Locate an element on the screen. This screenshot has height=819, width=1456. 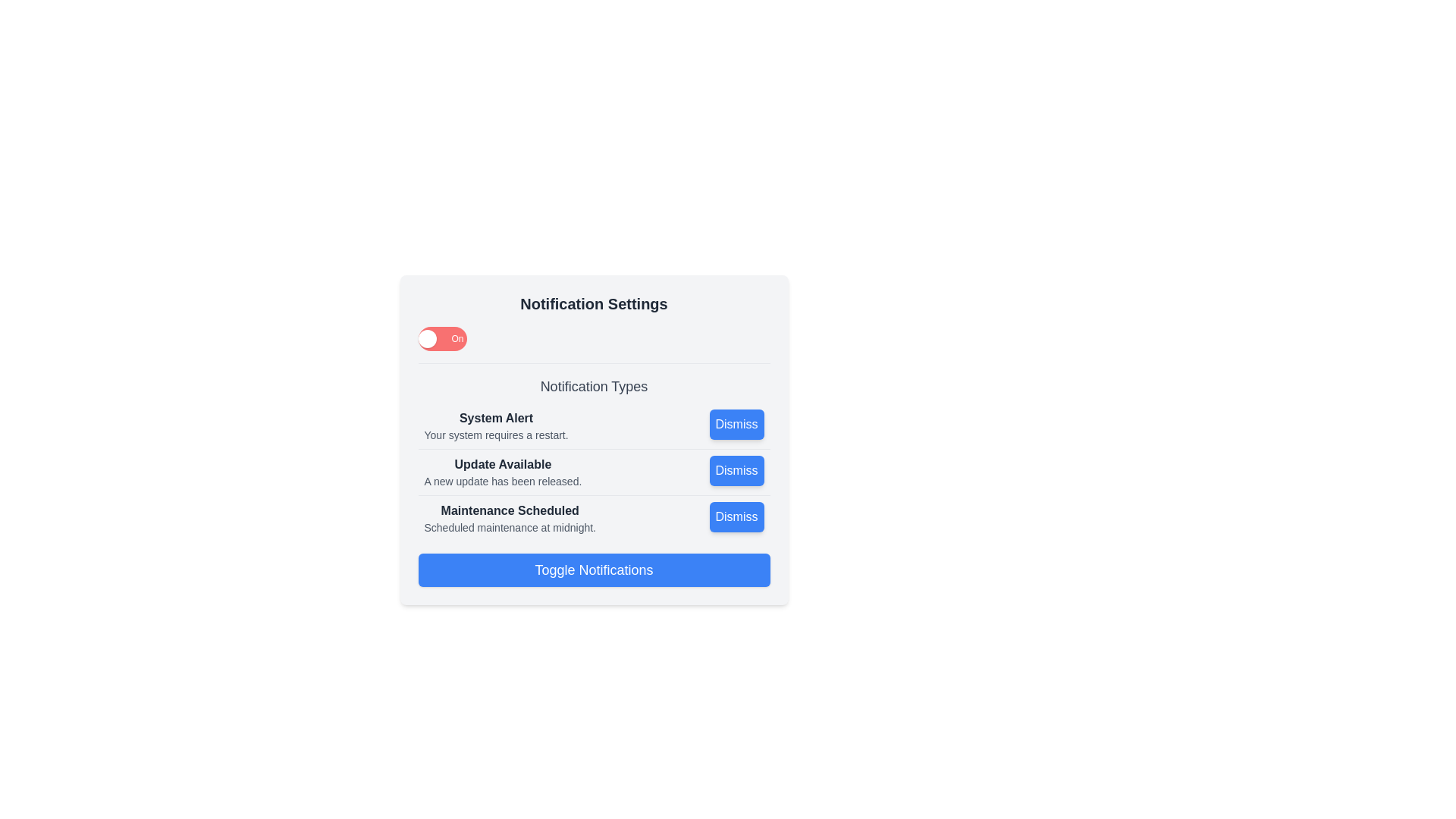
informational text label located below the 'Maintenance Scheduled' notification in the notification panel is located at coordinates (510, 526).